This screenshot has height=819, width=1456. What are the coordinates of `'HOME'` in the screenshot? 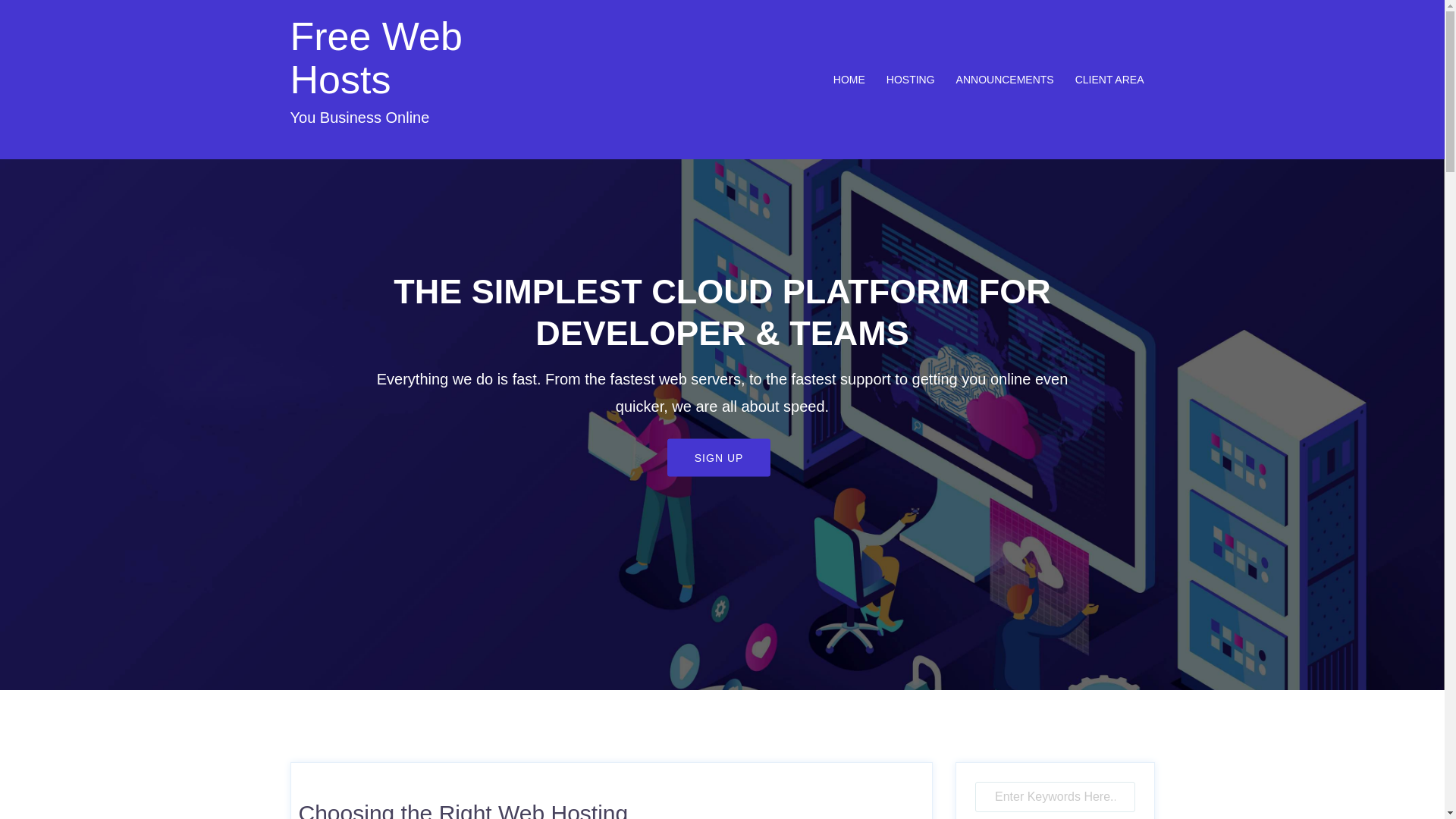 It's located at (833, 80).